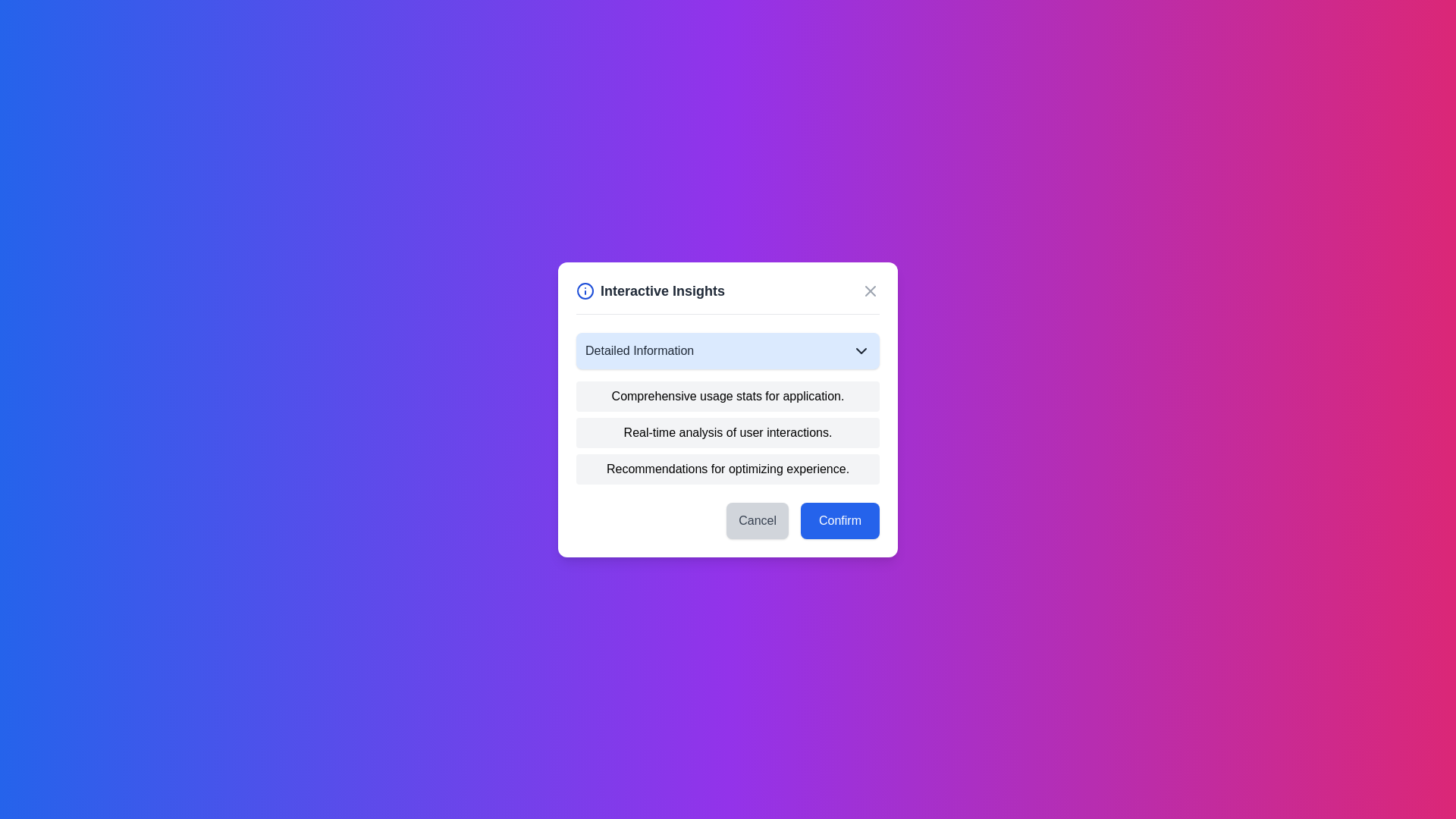 The width and height of the screenshot is (1456, 819). Describe the element at coordinates (728, 395) in the screenshot. I see `text content of the first item in the vertical list of options within the 'Interactive Insights' modal window` at that location.